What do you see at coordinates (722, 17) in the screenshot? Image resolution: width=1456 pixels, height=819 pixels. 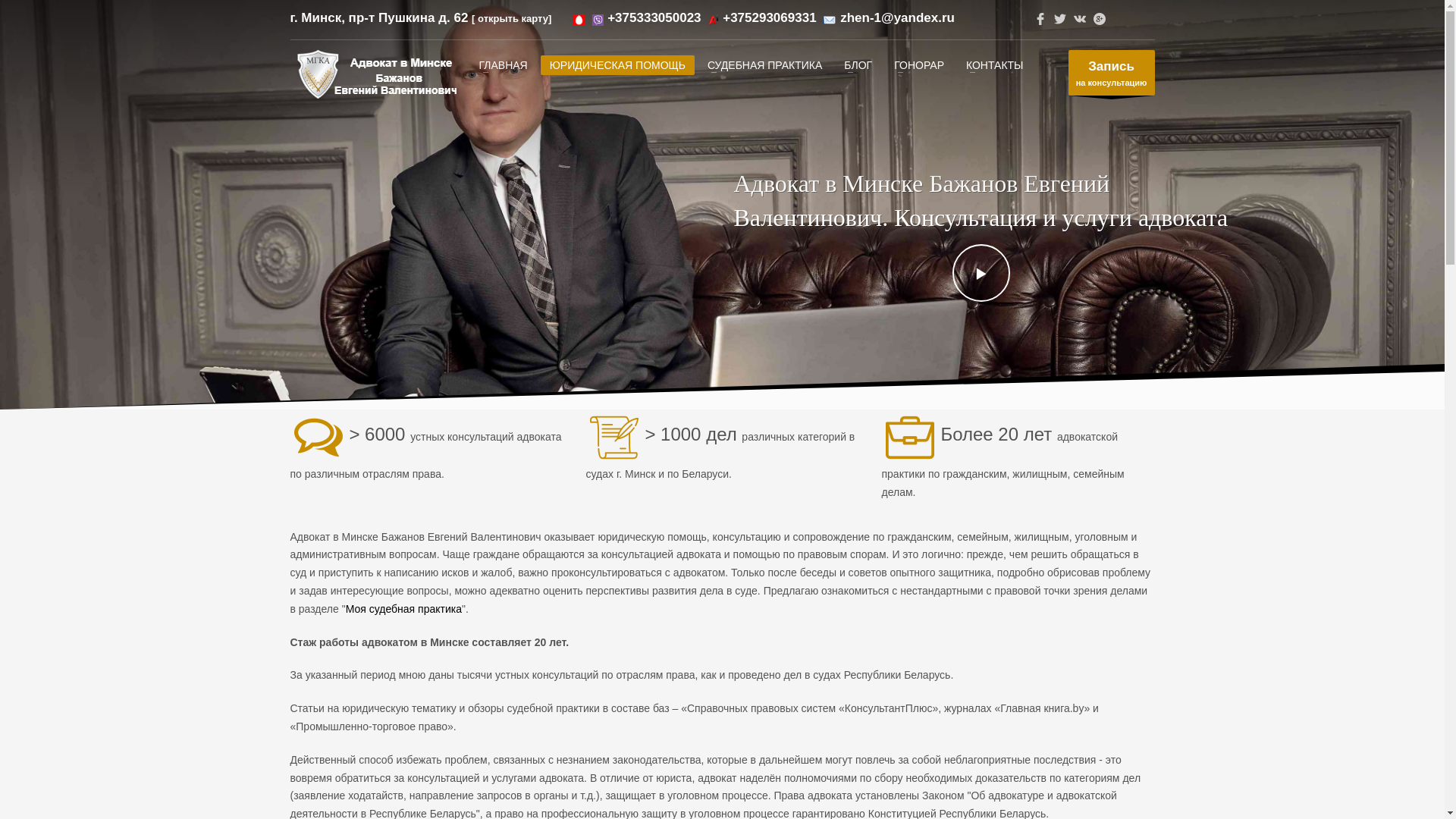 I see `'+375293069331'` at bounding box center [722, 17].